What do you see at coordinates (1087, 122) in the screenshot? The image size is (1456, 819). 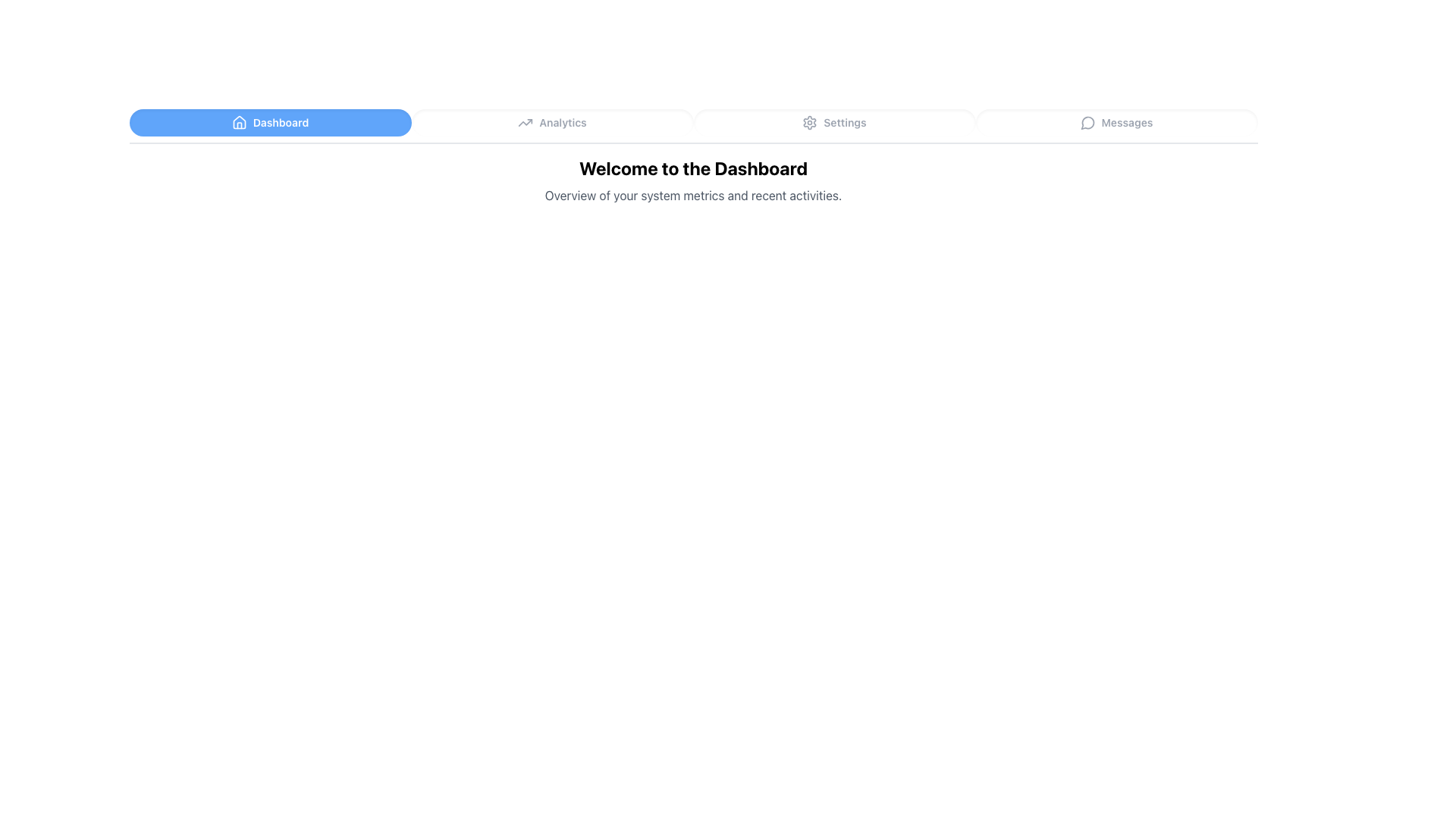 I see `the circular icon resembling a speech message bubble located in the top navigation bar` at bounding box center [1087, 122].